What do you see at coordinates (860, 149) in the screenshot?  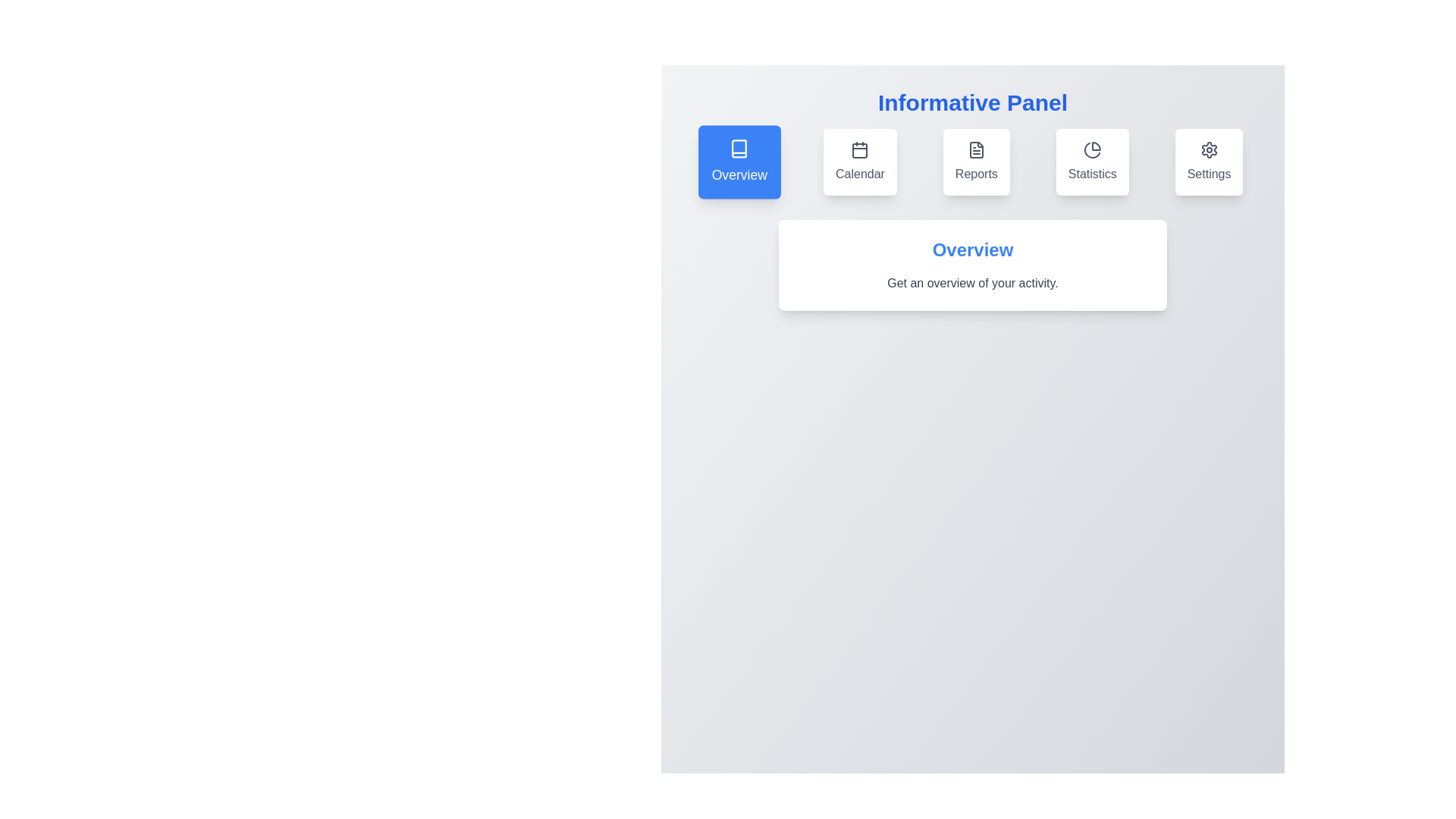 I see `the calendar icon located in the 'Calendar' navigation section` at bounding box center [860, 149].